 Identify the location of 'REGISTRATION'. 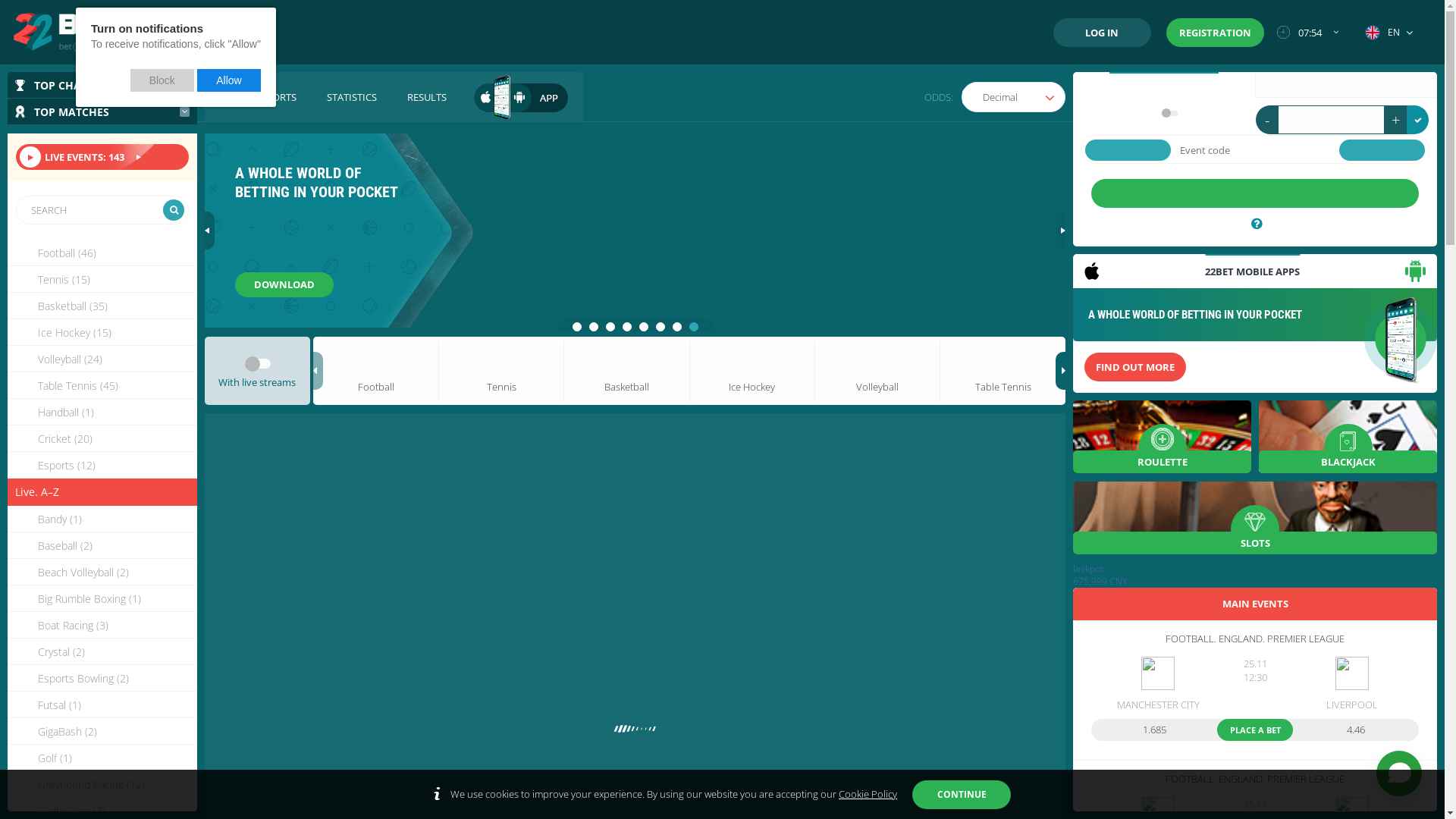
(1215, 32).